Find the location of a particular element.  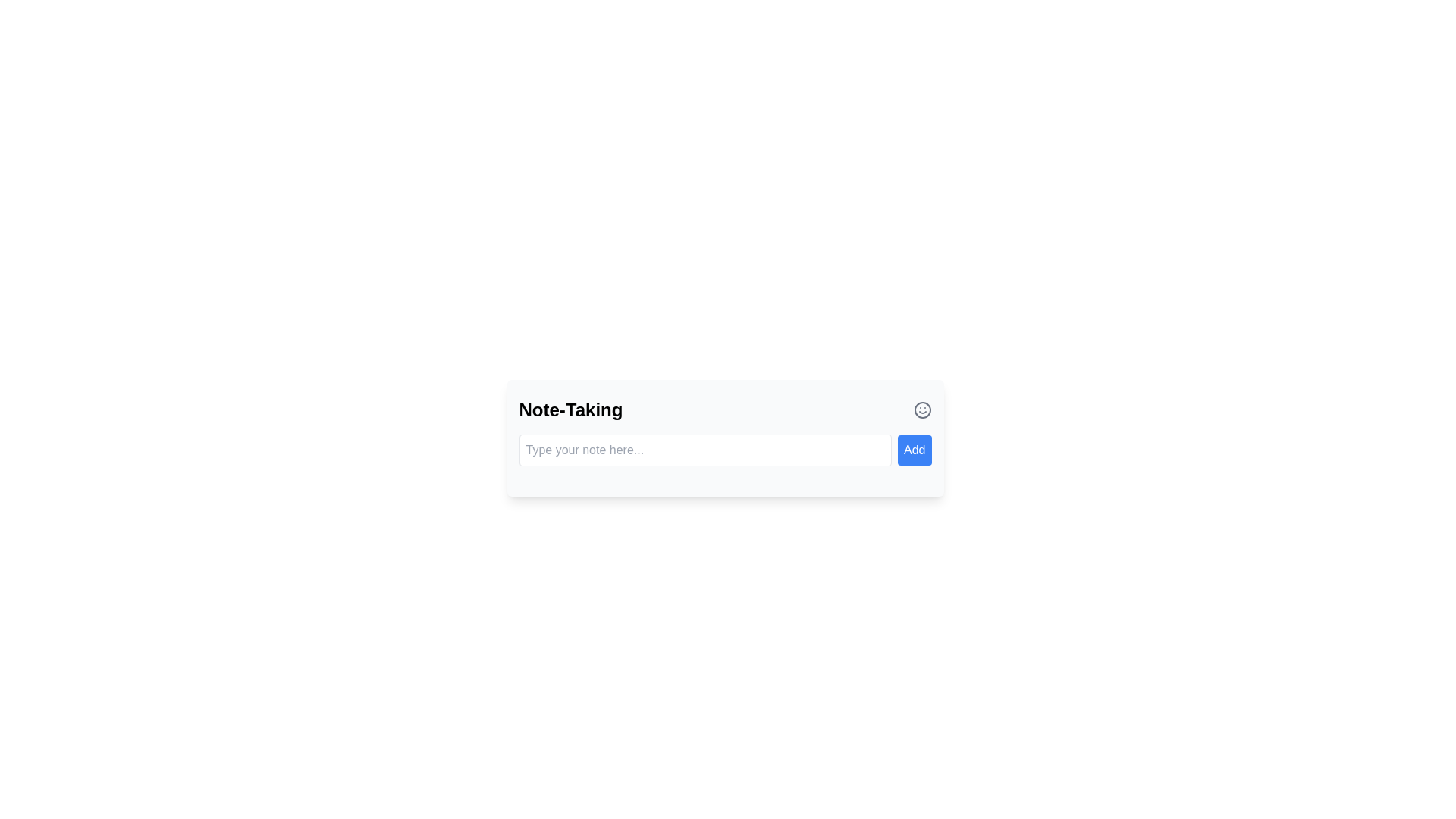

the 'Note-Taking' heading text label, which serves as a descriptive title for the note-taking section is located at coordinates (570, 409).